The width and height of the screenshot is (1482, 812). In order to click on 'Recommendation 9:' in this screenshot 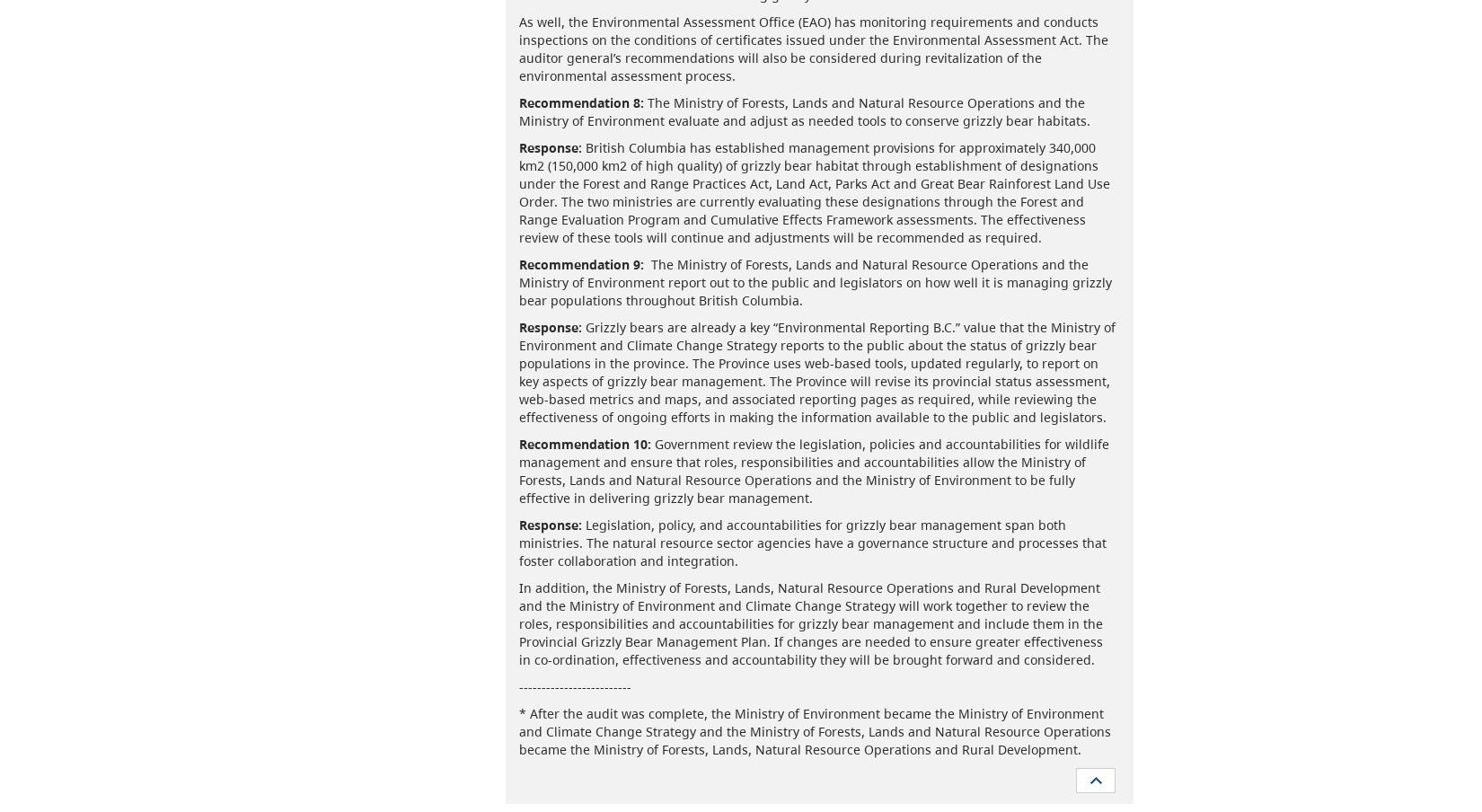, I will do `click(579, 263)`.